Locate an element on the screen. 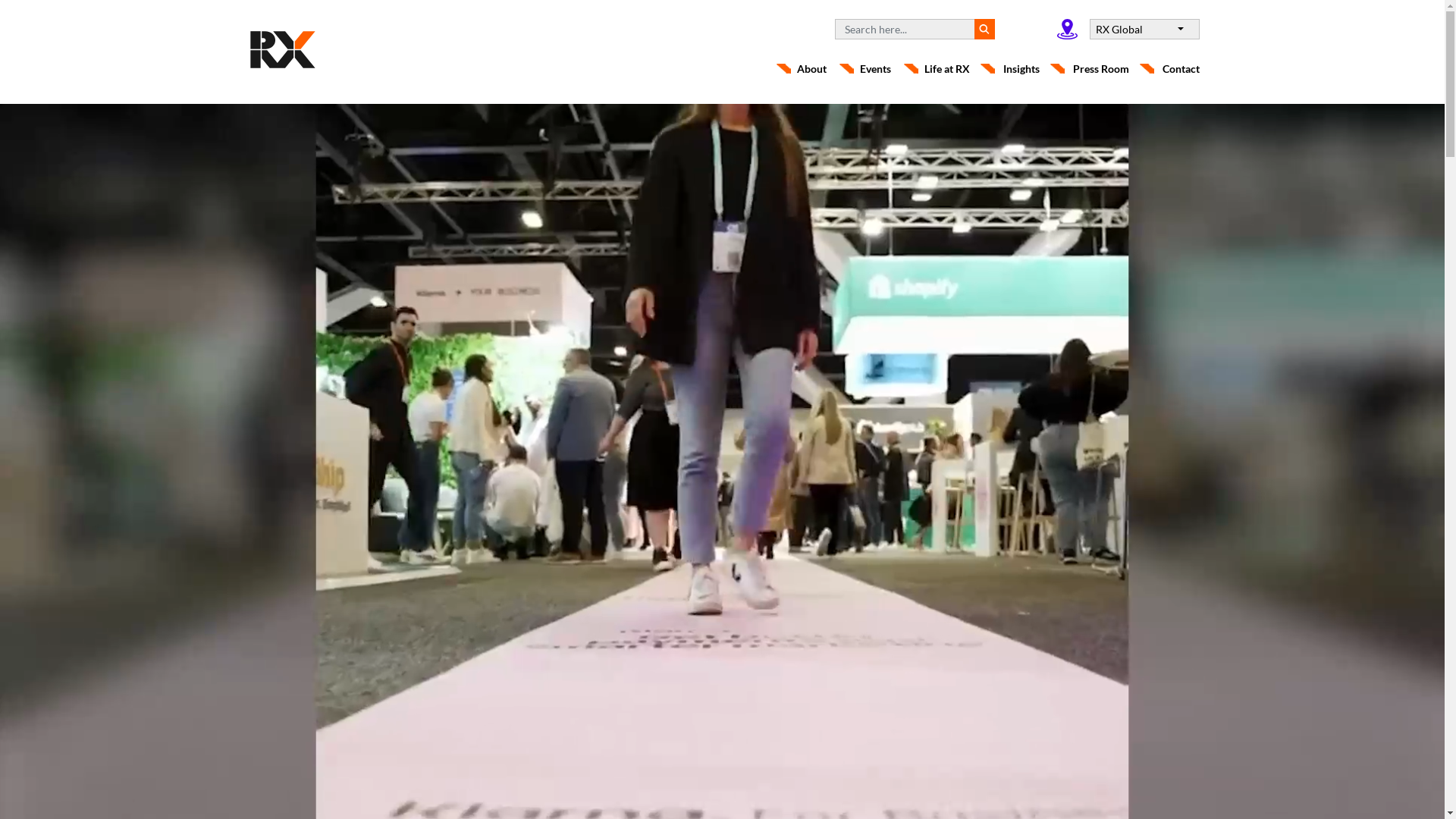 Image resolution: width=1456 pixels, height=819 pixels. 'RX Global' is located at coordinates (1087, 29).